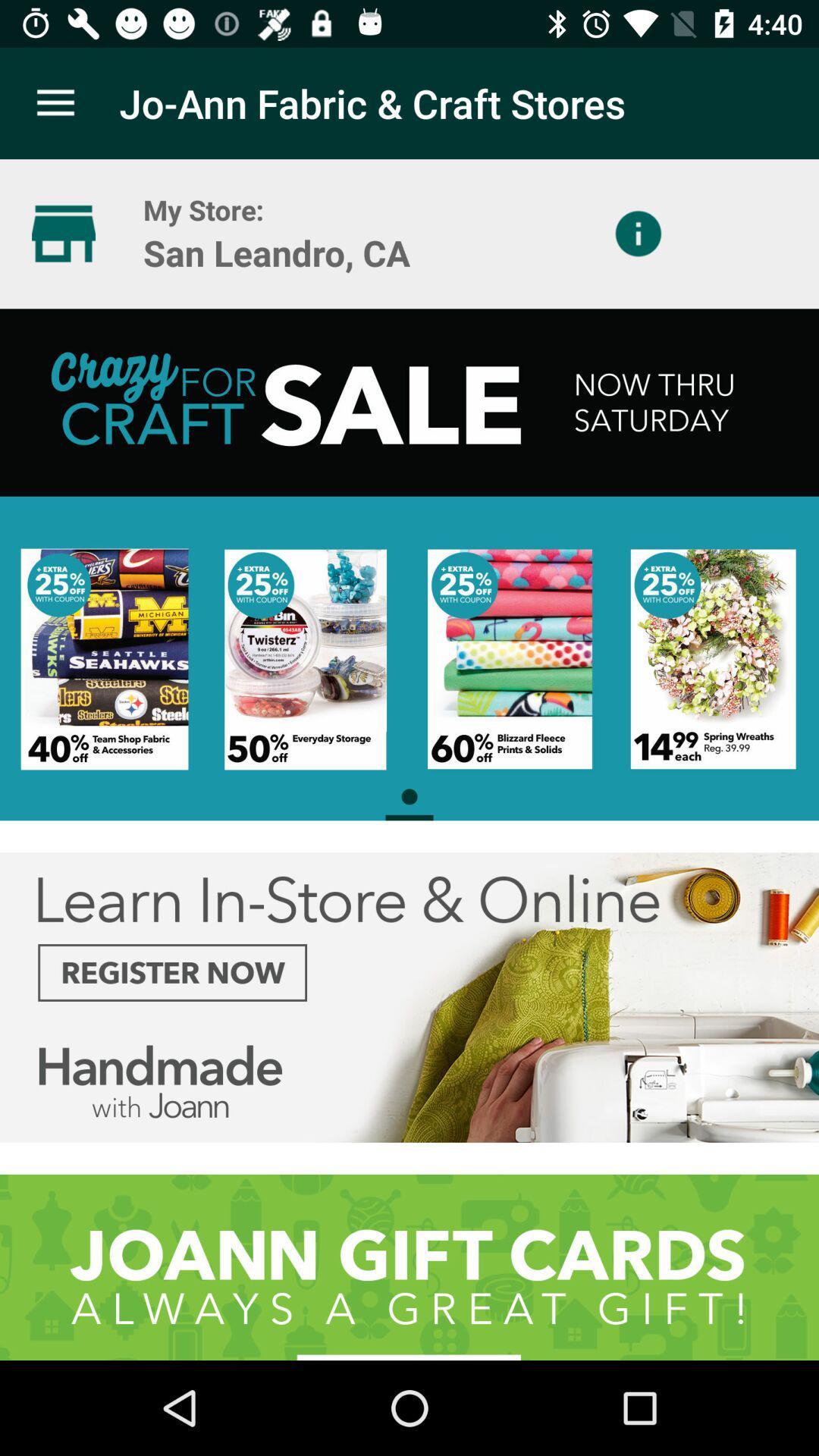 Image resolution: width=819 pixels, height=1456 pixels. I want to click on the item next to san leandro, ca item, so click(638, 233).